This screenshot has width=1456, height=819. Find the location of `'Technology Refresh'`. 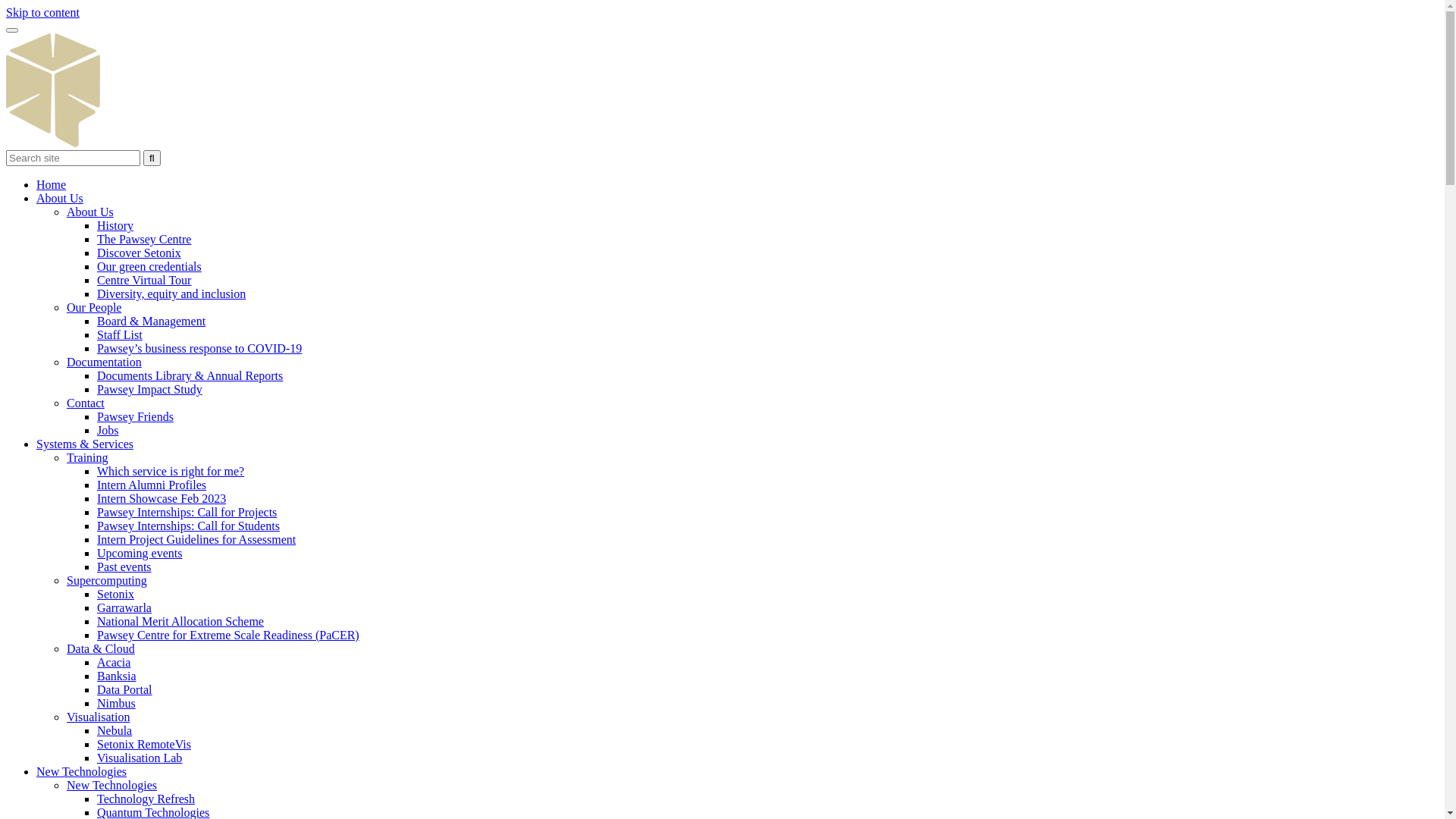

'Technology Refresh' is located at coordinates (146, 798).